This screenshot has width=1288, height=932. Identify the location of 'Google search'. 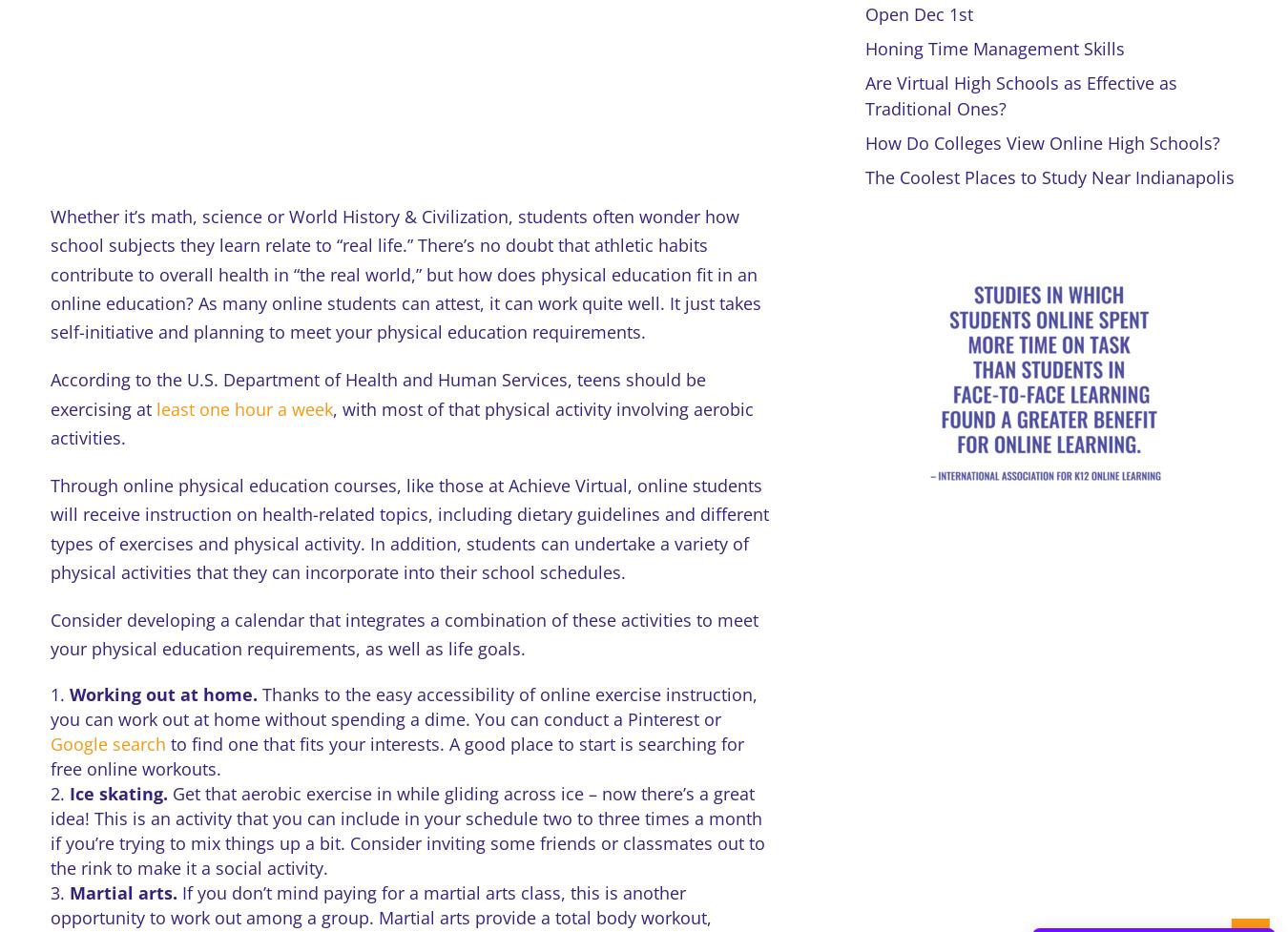
(106, 744).